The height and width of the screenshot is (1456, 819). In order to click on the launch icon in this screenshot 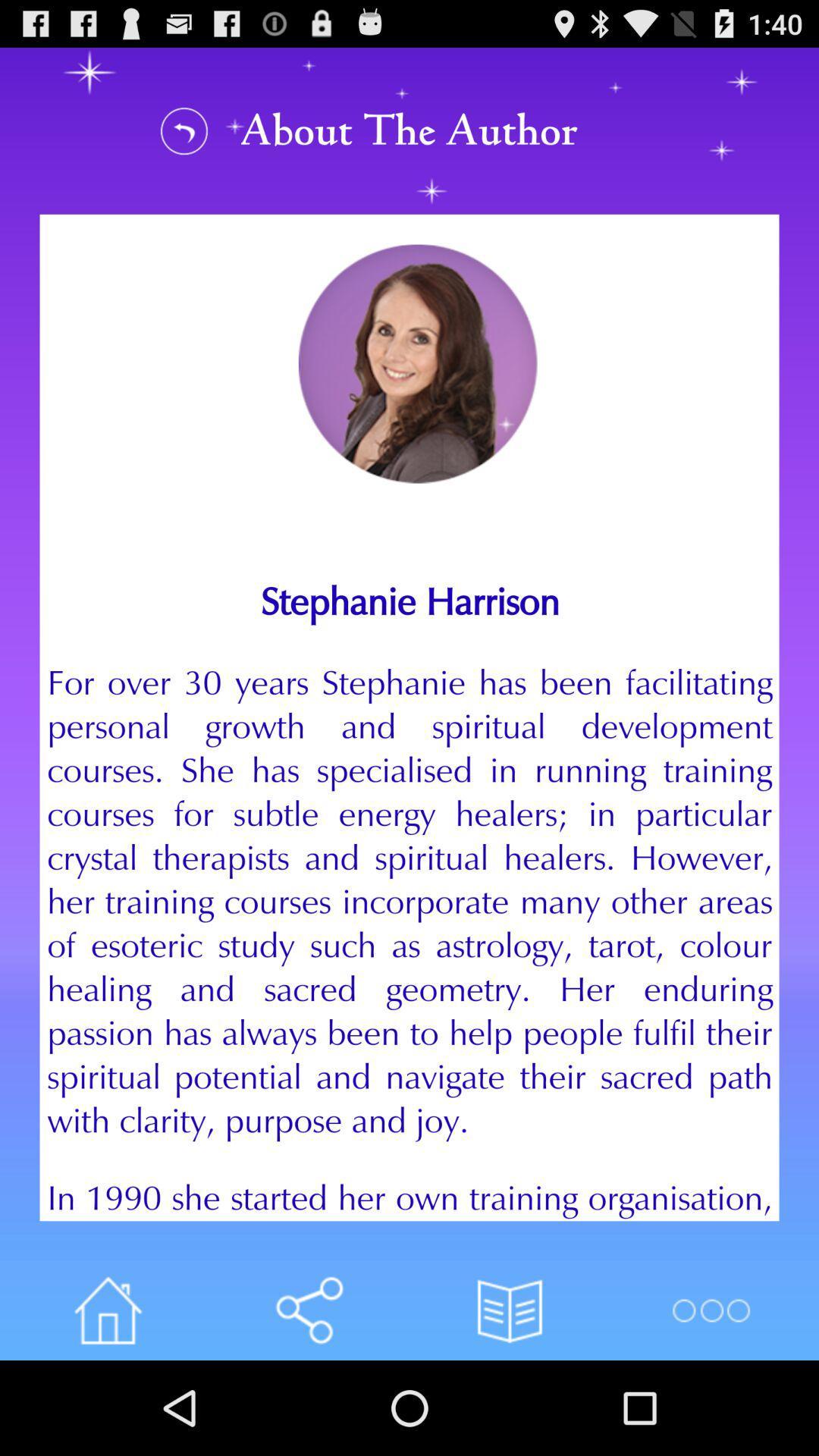, I will do `click(107, 1401)`.